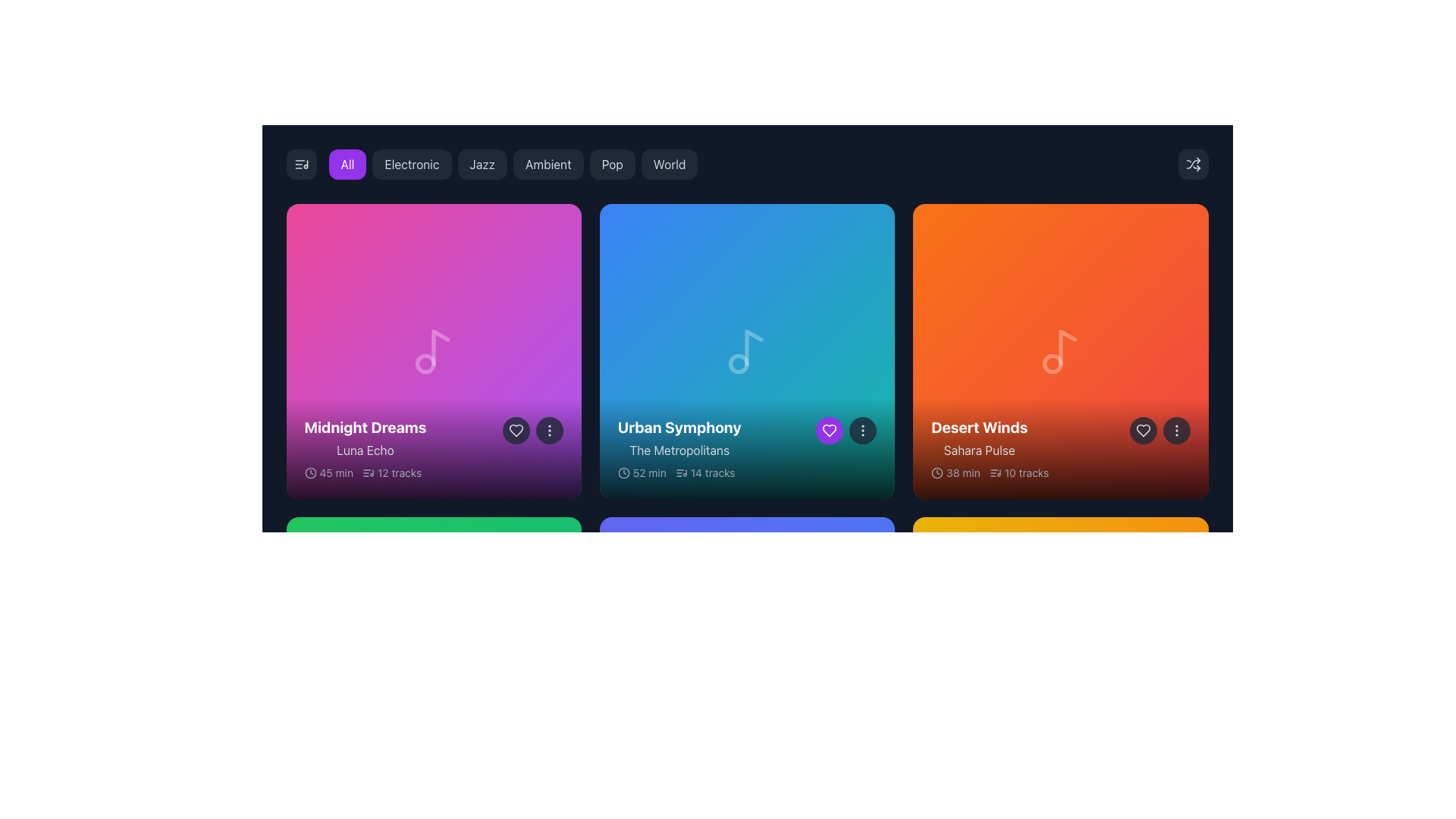  Describe the element at coordinates (680, 472) in the screenshot. I see `the music list icon, which is the leftmost element in the group that displays '14 tracks', located below the title 'Urban Symphony'` at that location.